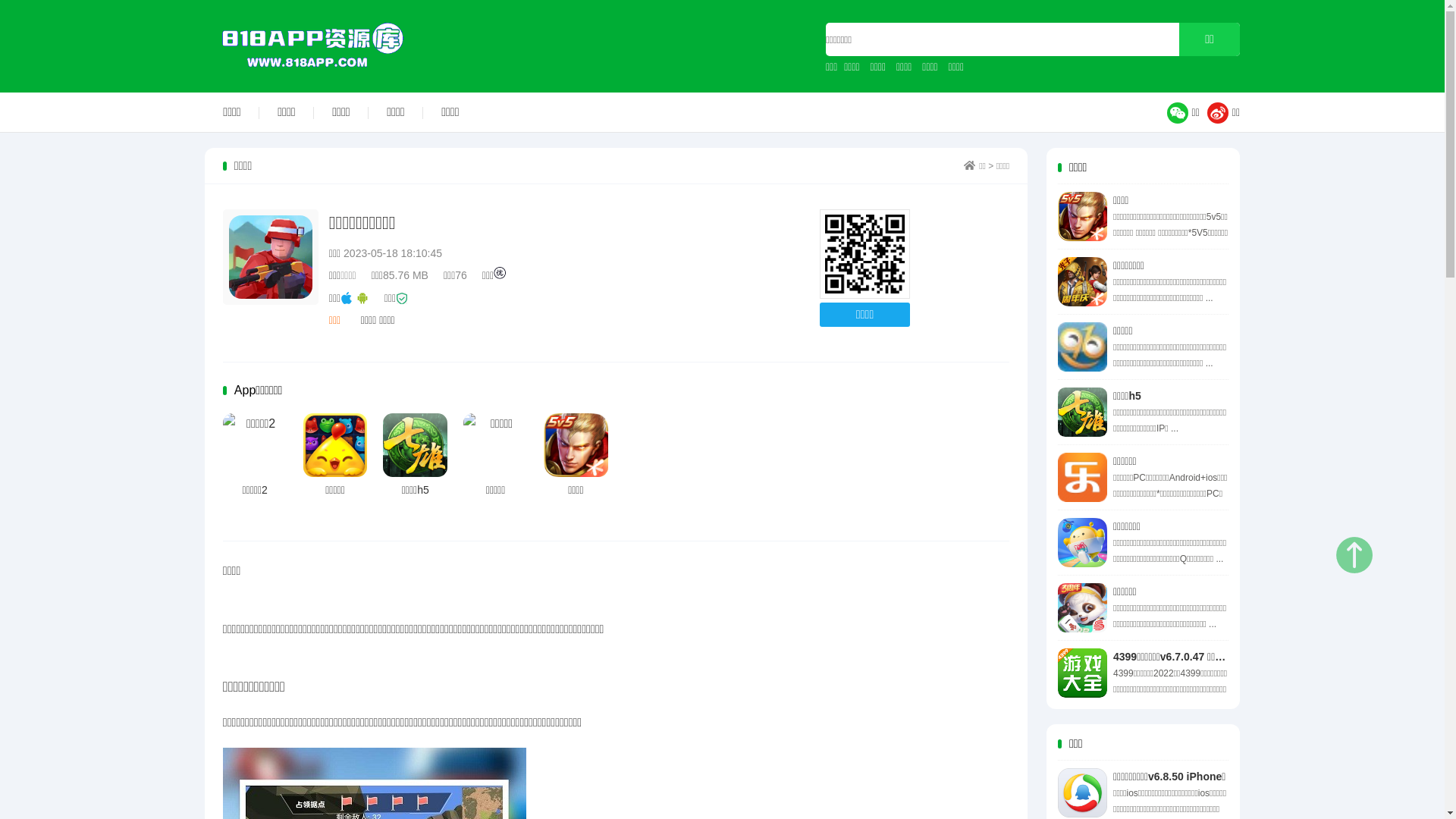 The image size is (1456, 819). I want to click on 'http://www.818app.com', so click(824, 253).